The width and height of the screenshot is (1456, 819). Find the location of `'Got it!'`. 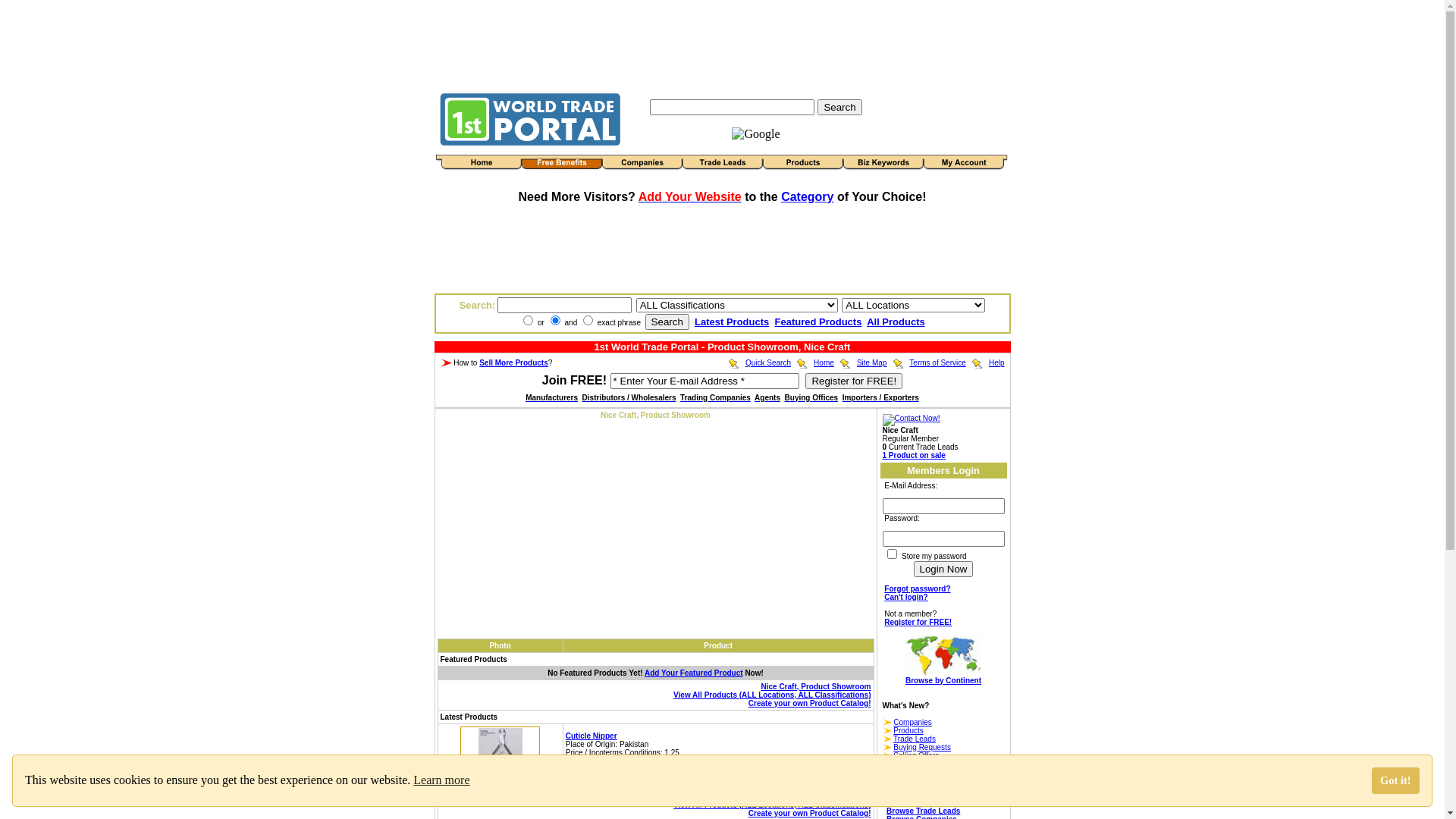

'Got it!' is located at coordinates (1395, 780).